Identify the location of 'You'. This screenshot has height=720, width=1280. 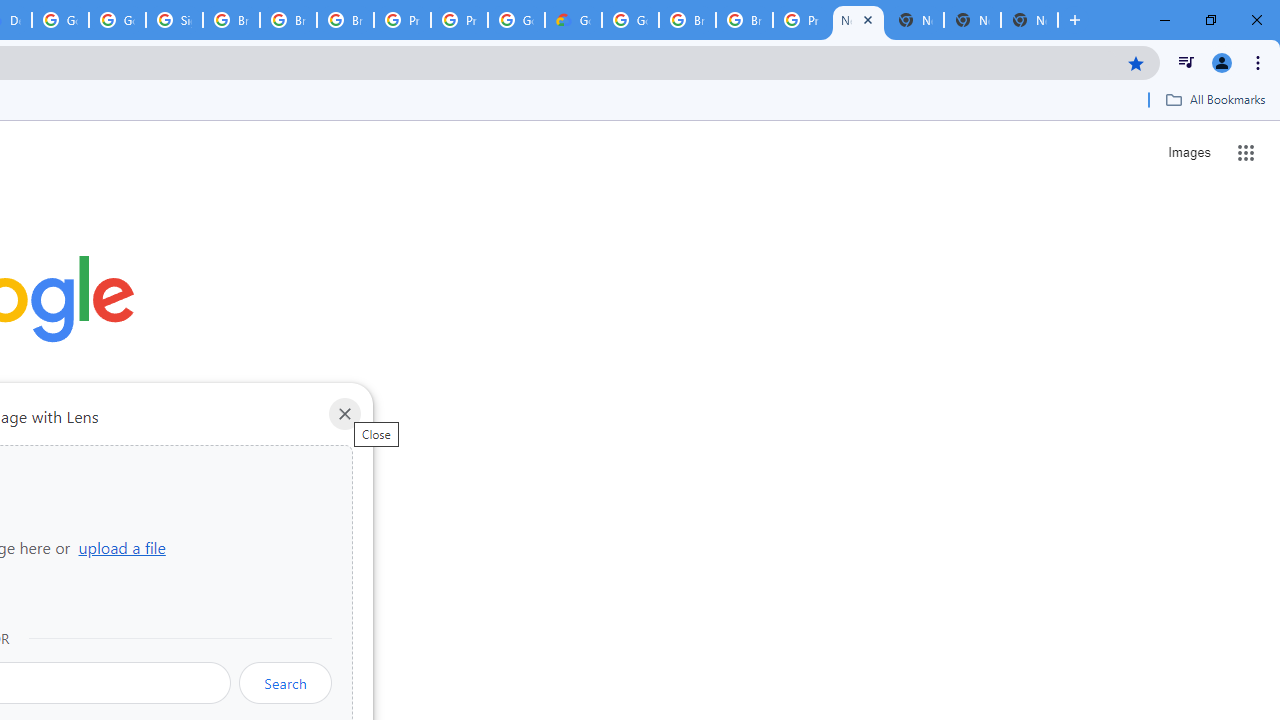
(1220, 61).